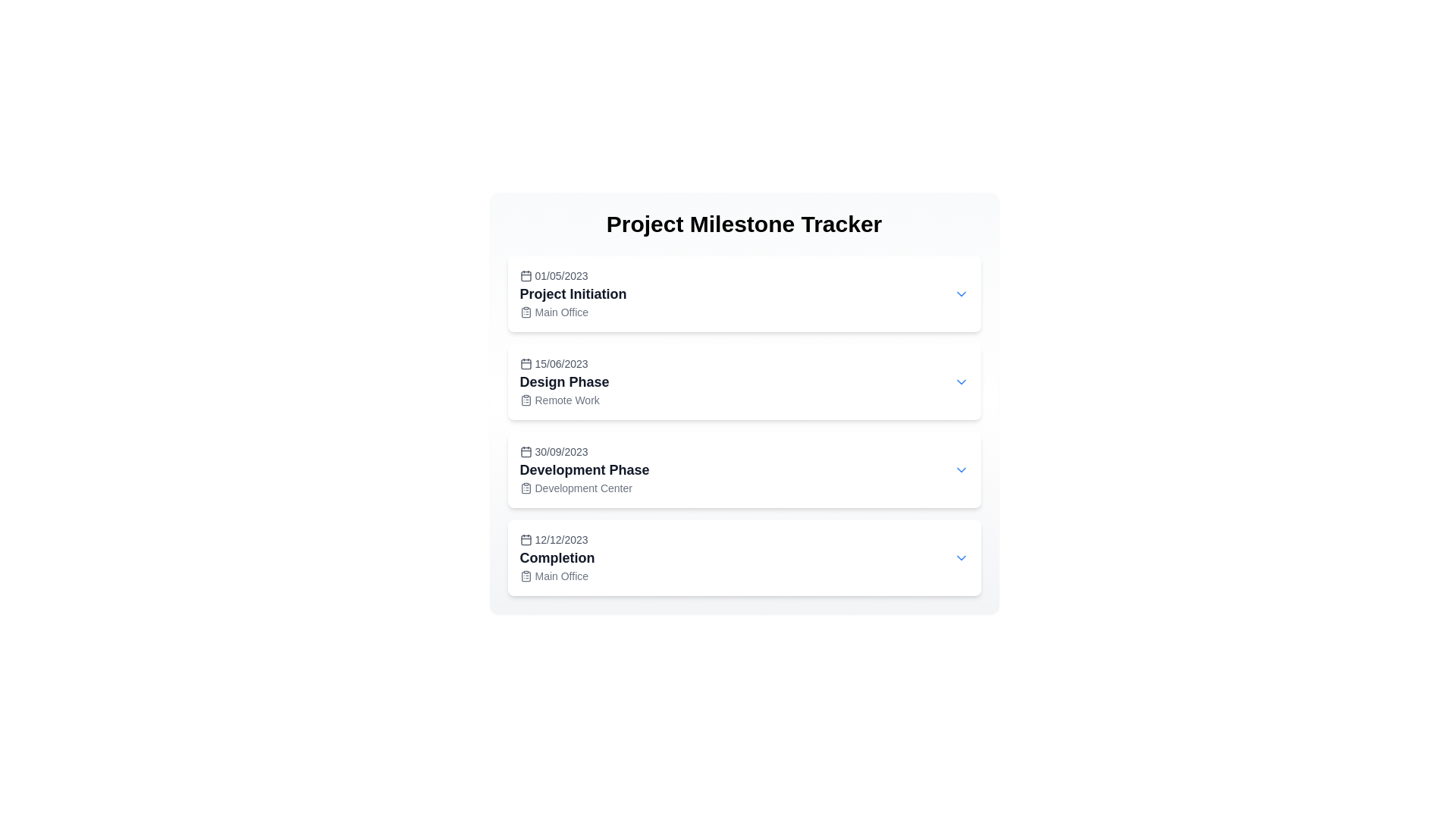 The width and height of the screenshot is (1456, 819). I want to click on the fourth Expandable panel in the Project Milestone Tracker that represents the 'Completion' milestone, located below the 'Development Phase' panel, so click(744, 558).